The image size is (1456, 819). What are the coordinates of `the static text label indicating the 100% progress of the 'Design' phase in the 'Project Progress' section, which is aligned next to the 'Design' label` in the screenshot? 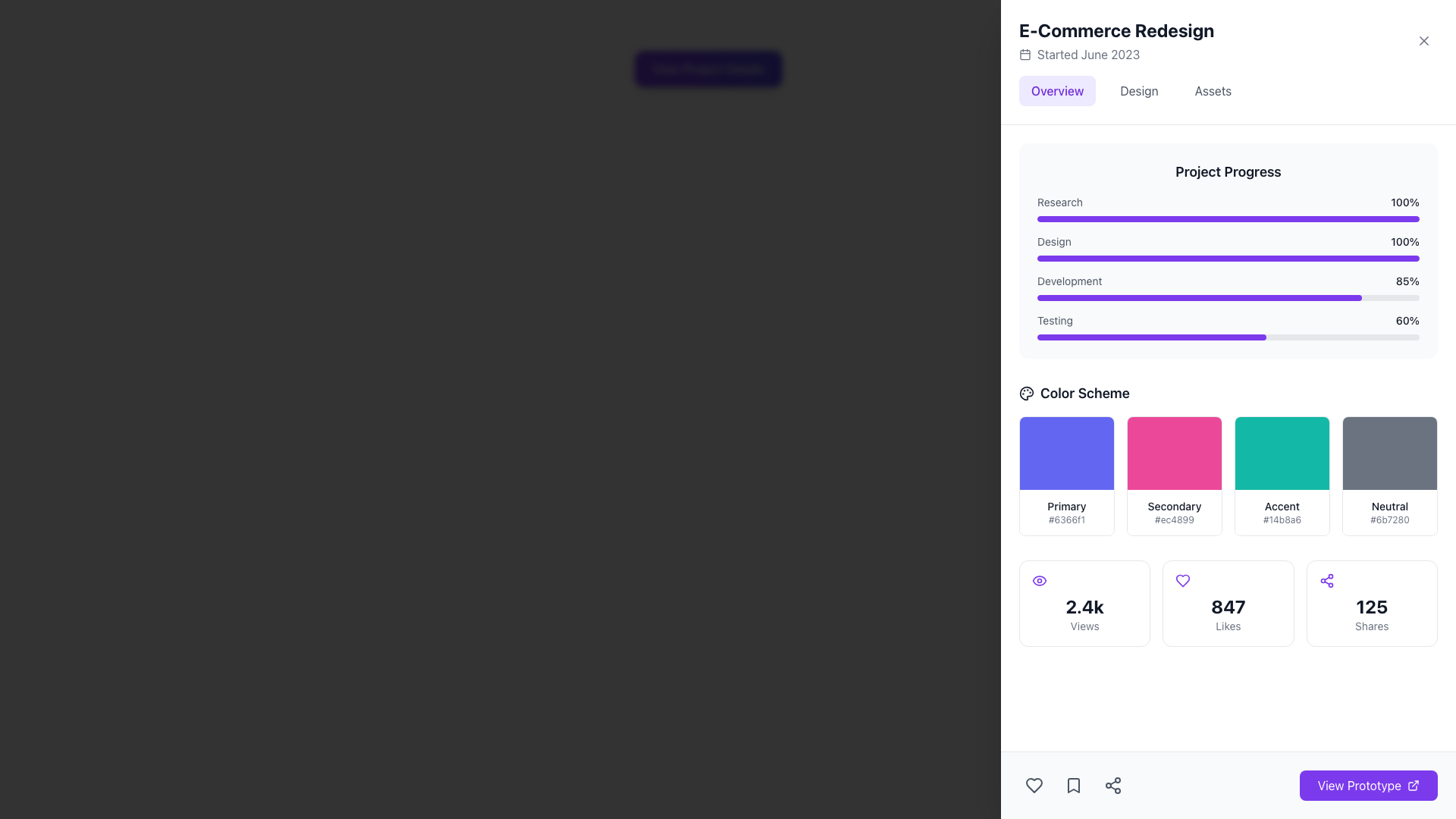 It's located at (1404, 241).